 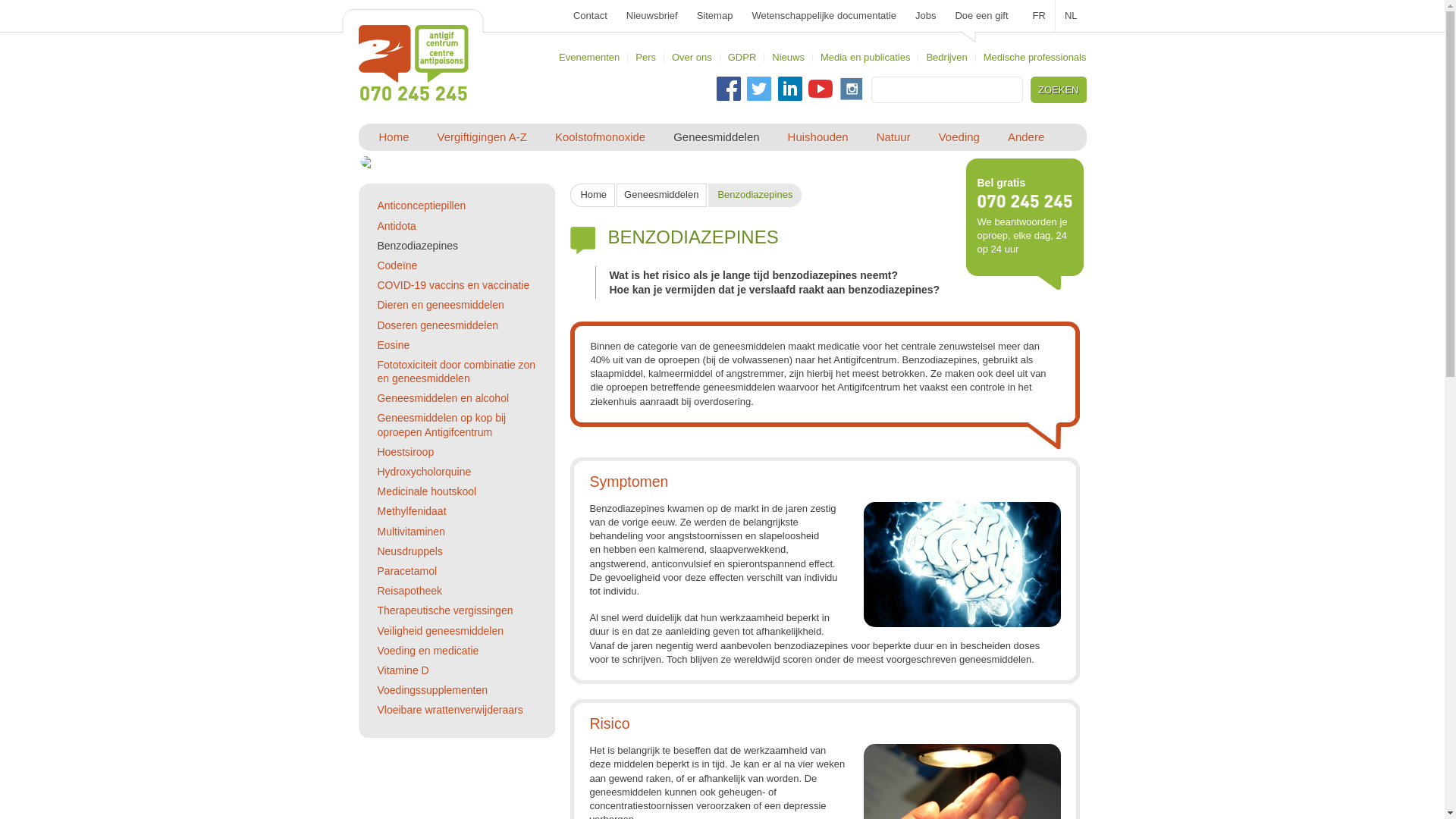 I want to click on 'Over ons', so click(x=691, y=56).